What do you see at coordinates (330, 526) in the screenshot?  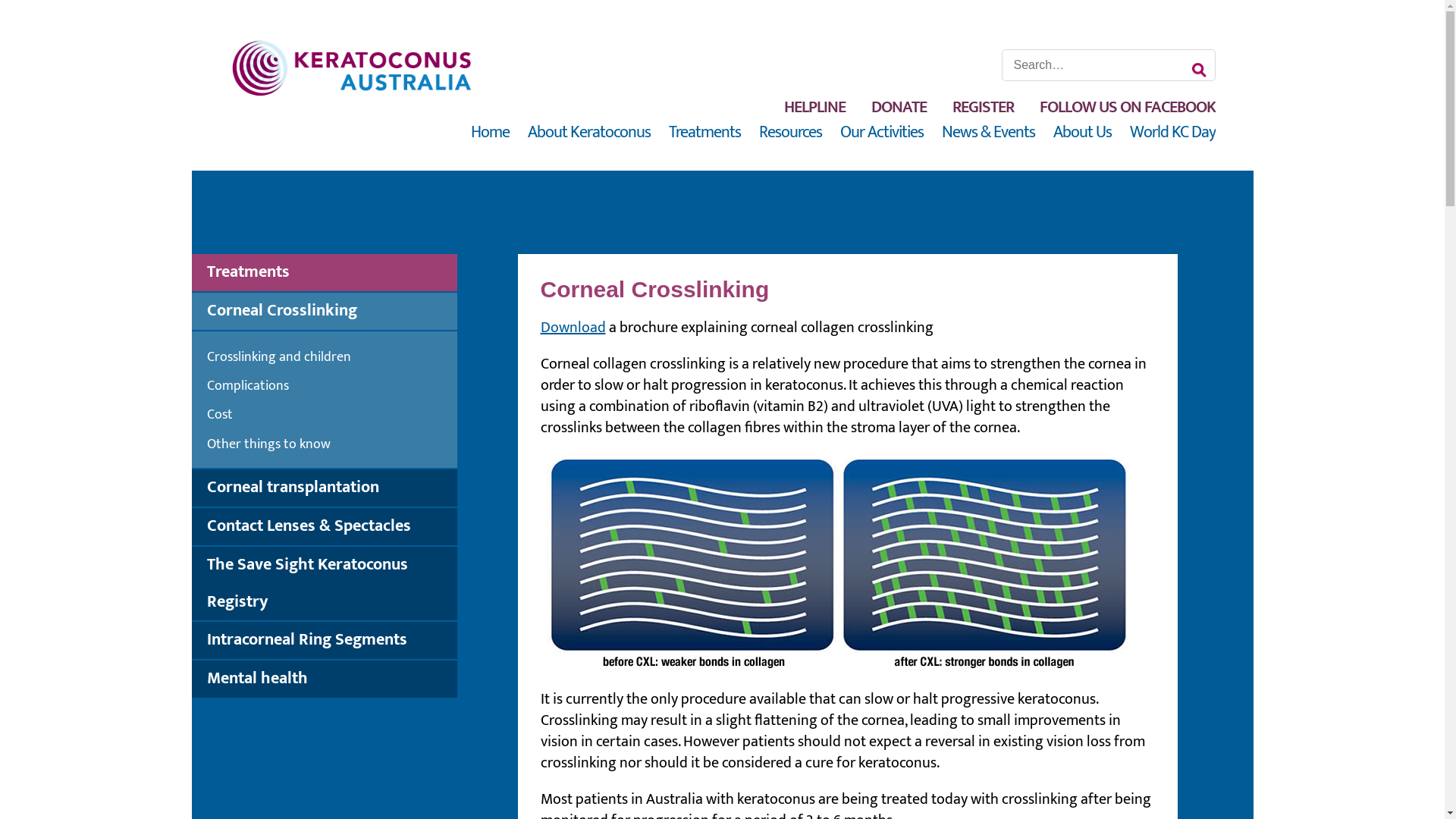 I see `'Contact Lenses & Spectacles'` at bounding box center [330, 526].